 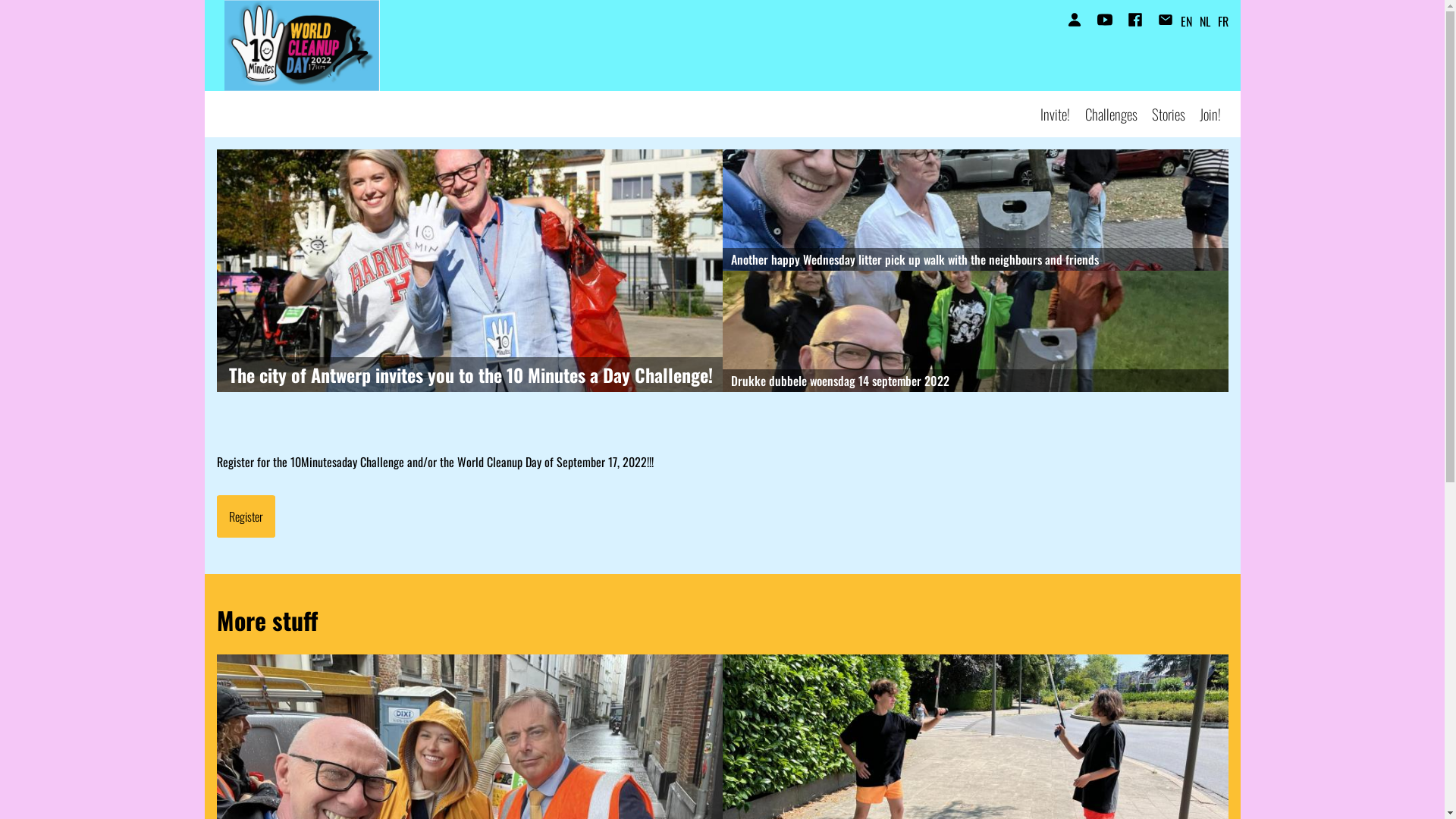 I want to click on 'Challenges', so click(x=1111, y=113).